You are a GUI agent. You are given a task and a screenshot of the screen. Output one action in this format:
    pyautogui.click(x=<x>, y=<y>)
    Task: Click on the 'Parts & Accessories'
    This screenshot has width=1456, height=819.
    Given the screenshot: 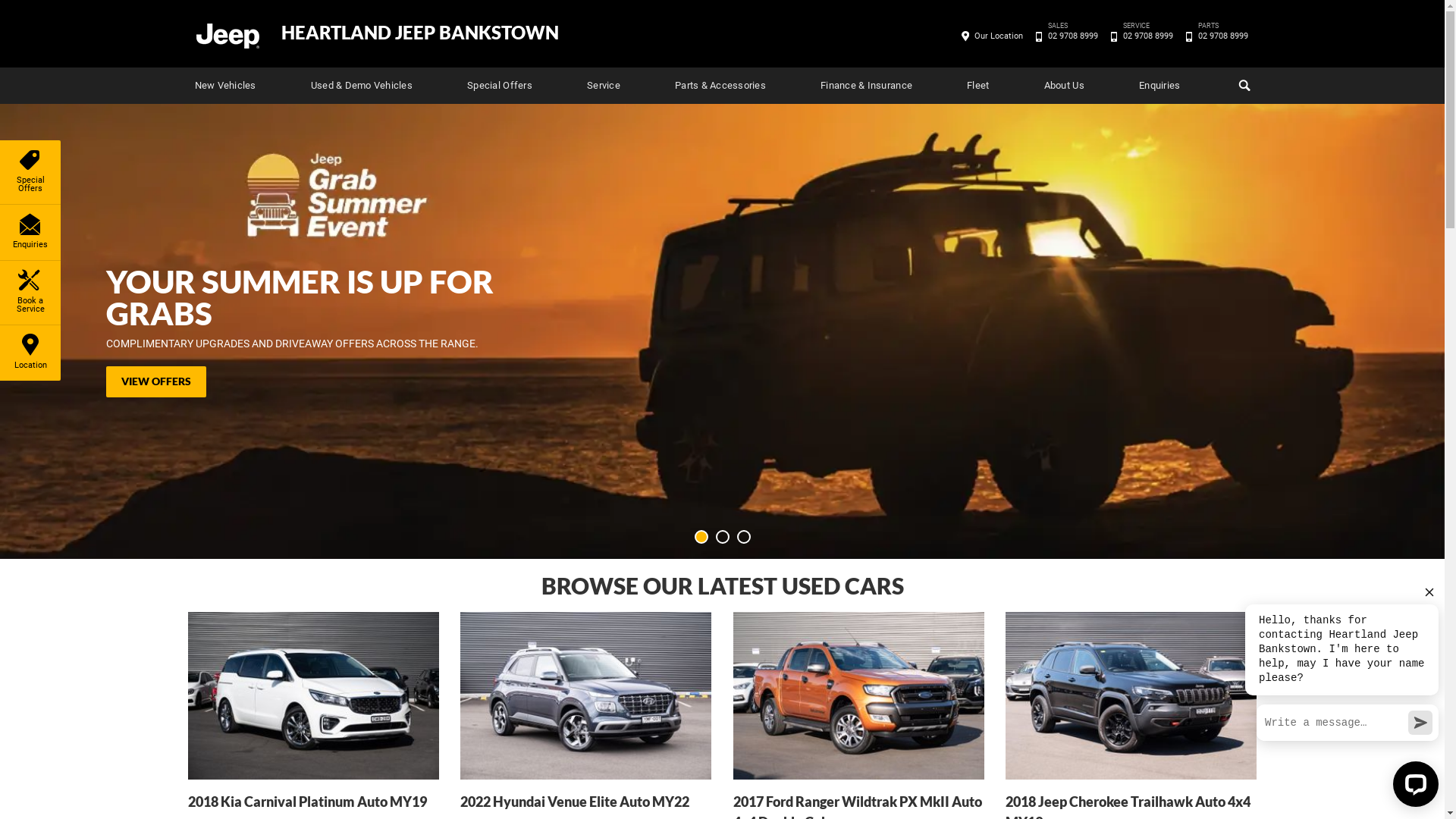 What is the action you would take?
    pyautogui.click(x=673, y=85)
    